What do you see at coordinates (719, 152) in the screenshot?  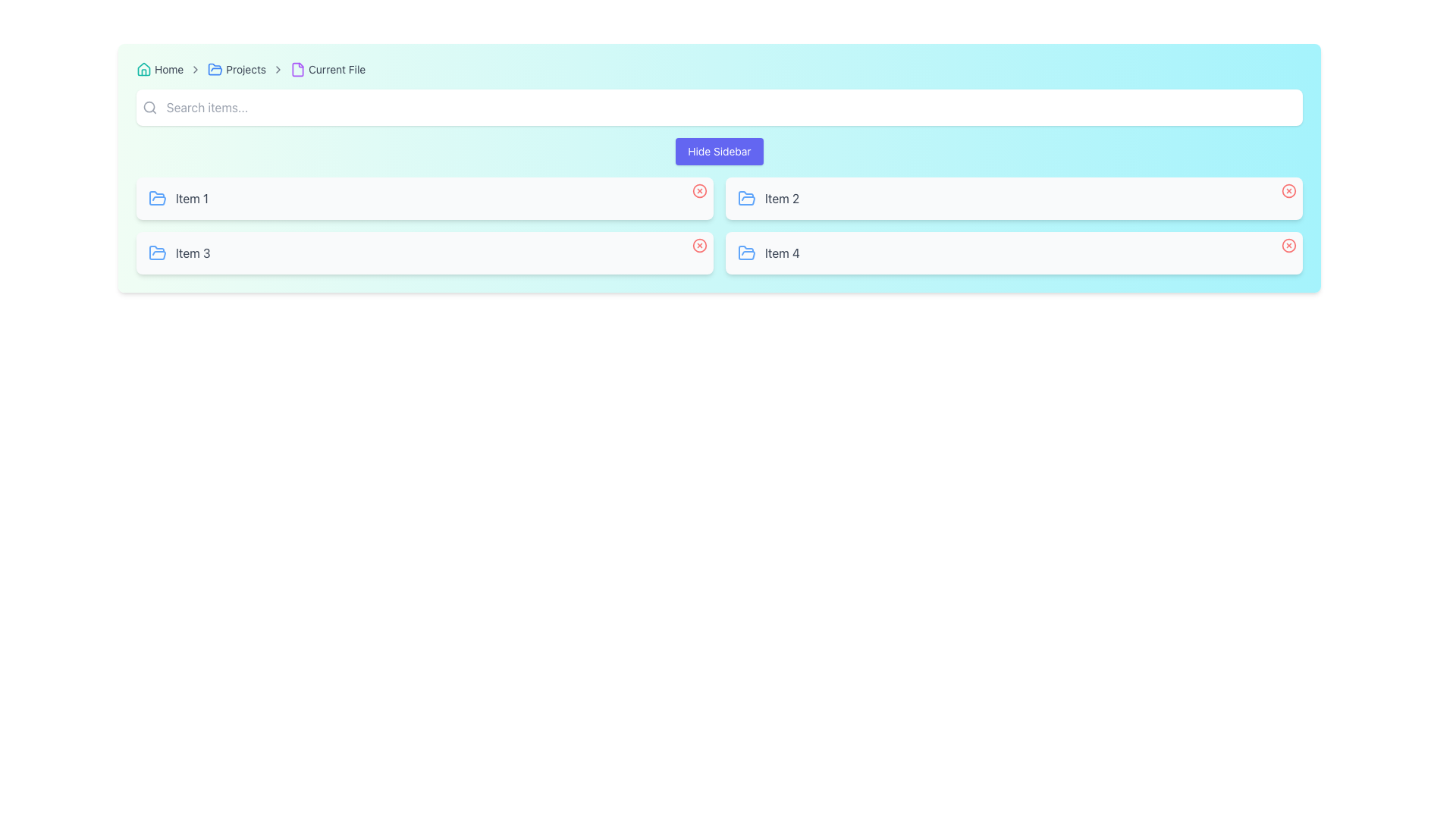 I see `the 'Hide Sidebar' button, which has a rounded shape, a purple background, and white text` at bounding box center [719, 152].